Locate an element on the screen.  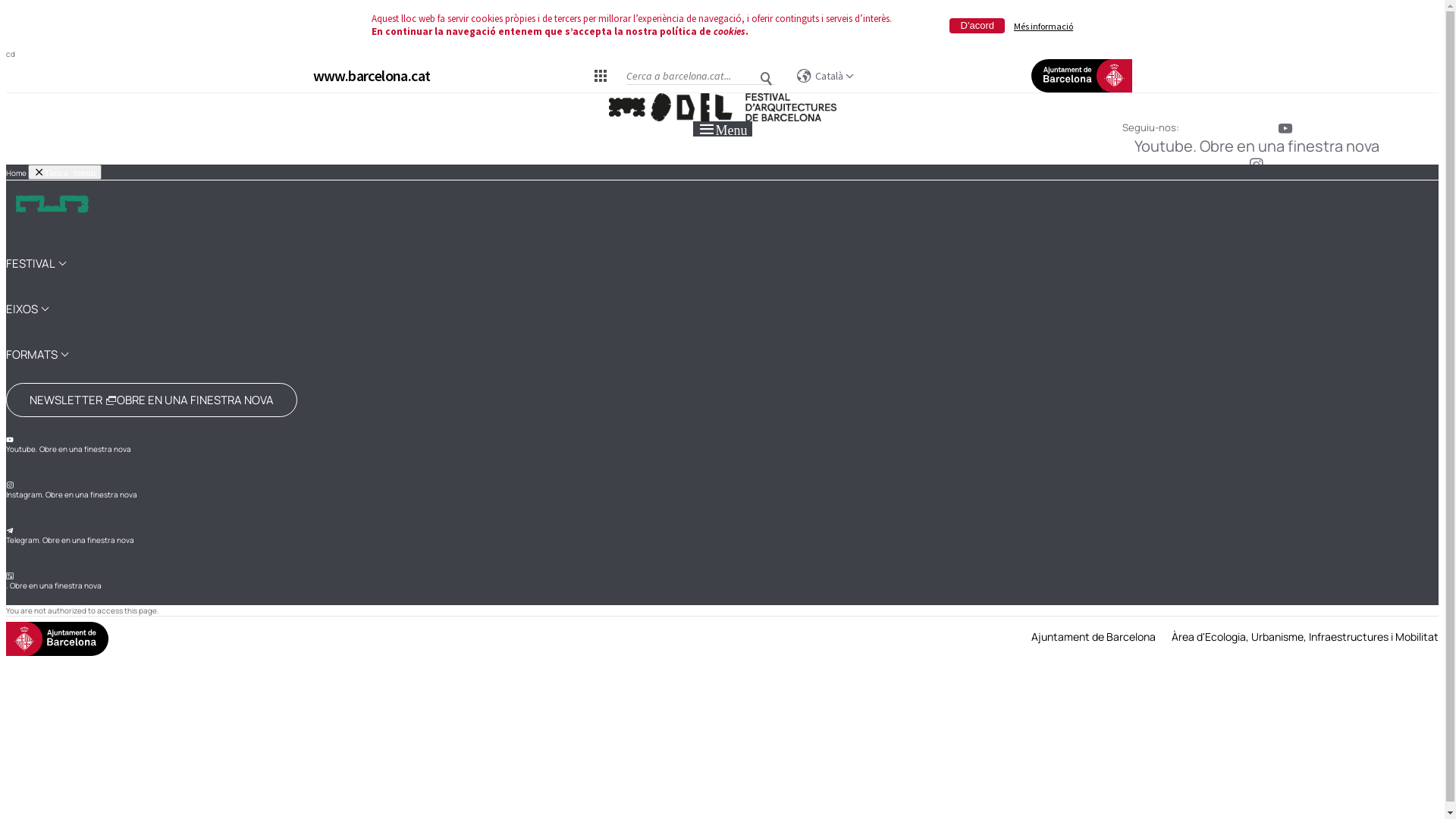
'Ajuntament de Barcelona' is located at coordinates (1093, 636).